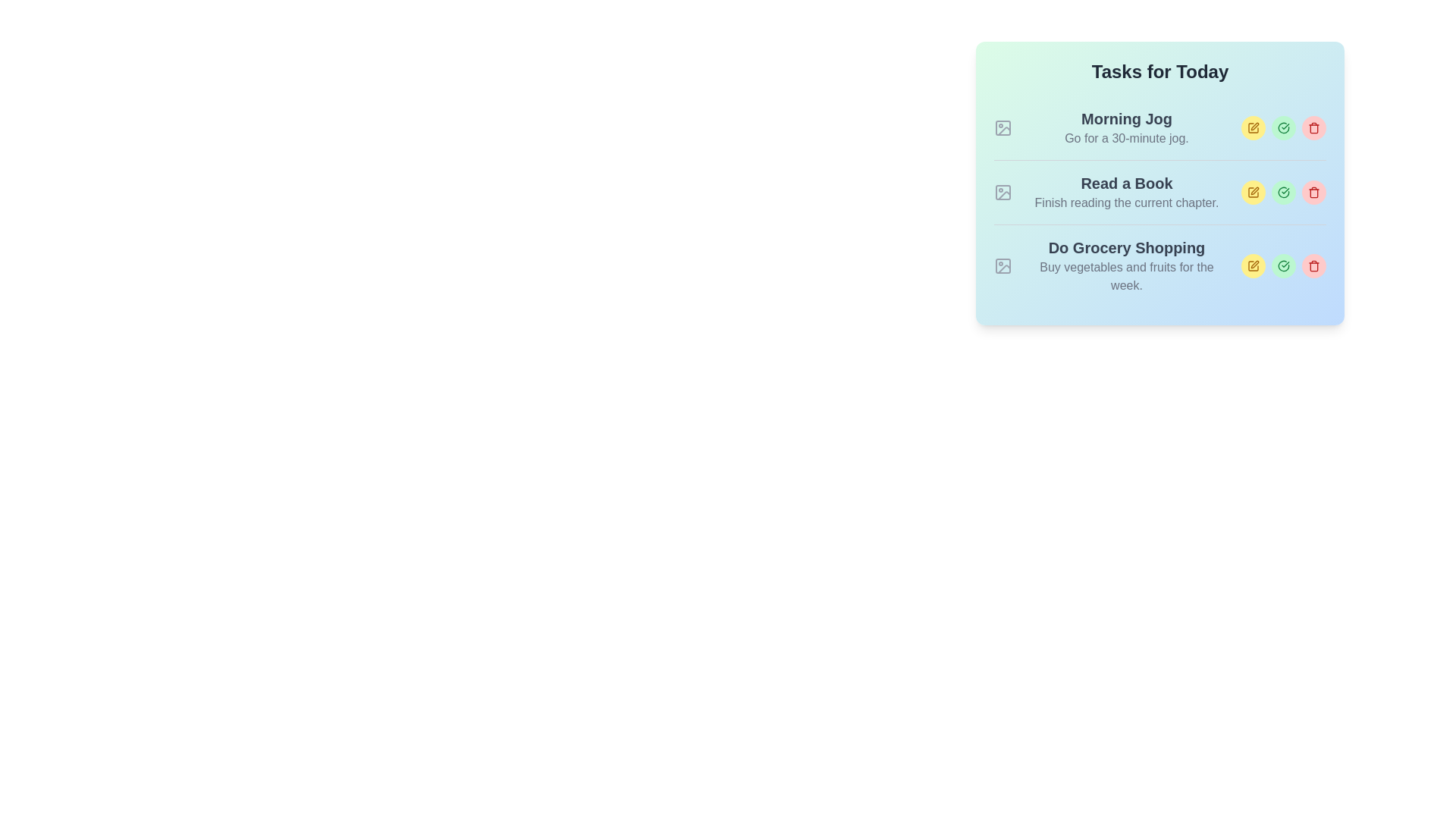 This screenshot has height=819, width=1456. Describe the element at coordinates (1253, 127) in the screenshot. I see `the square-shaped icon button with a pen symbol in the lower right corner, styled with a yellow background, located next to the 'Morning Jog' task in the task list` at that location.